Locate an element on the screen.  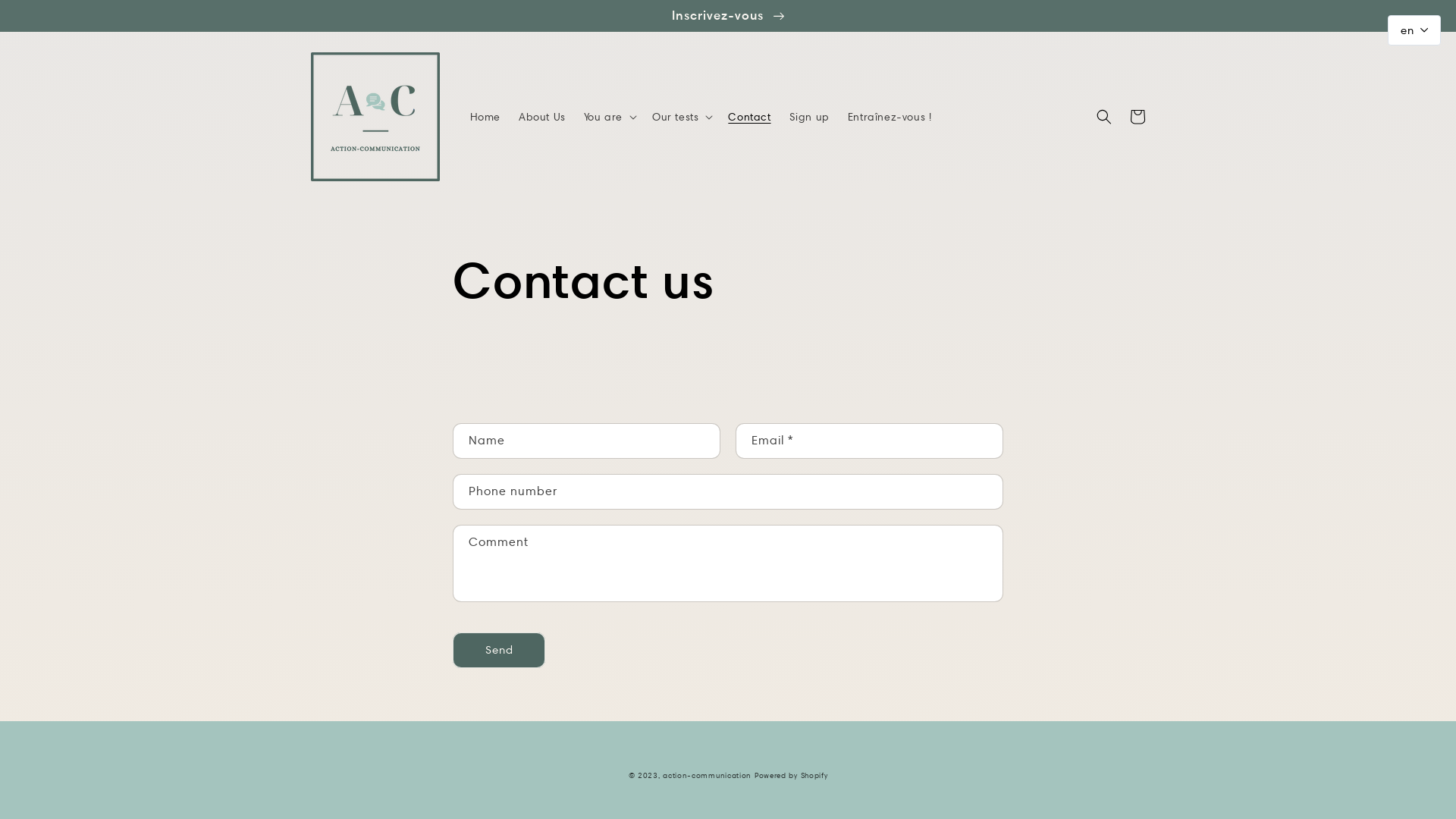
'Send' is located at coordinates (498, 649).